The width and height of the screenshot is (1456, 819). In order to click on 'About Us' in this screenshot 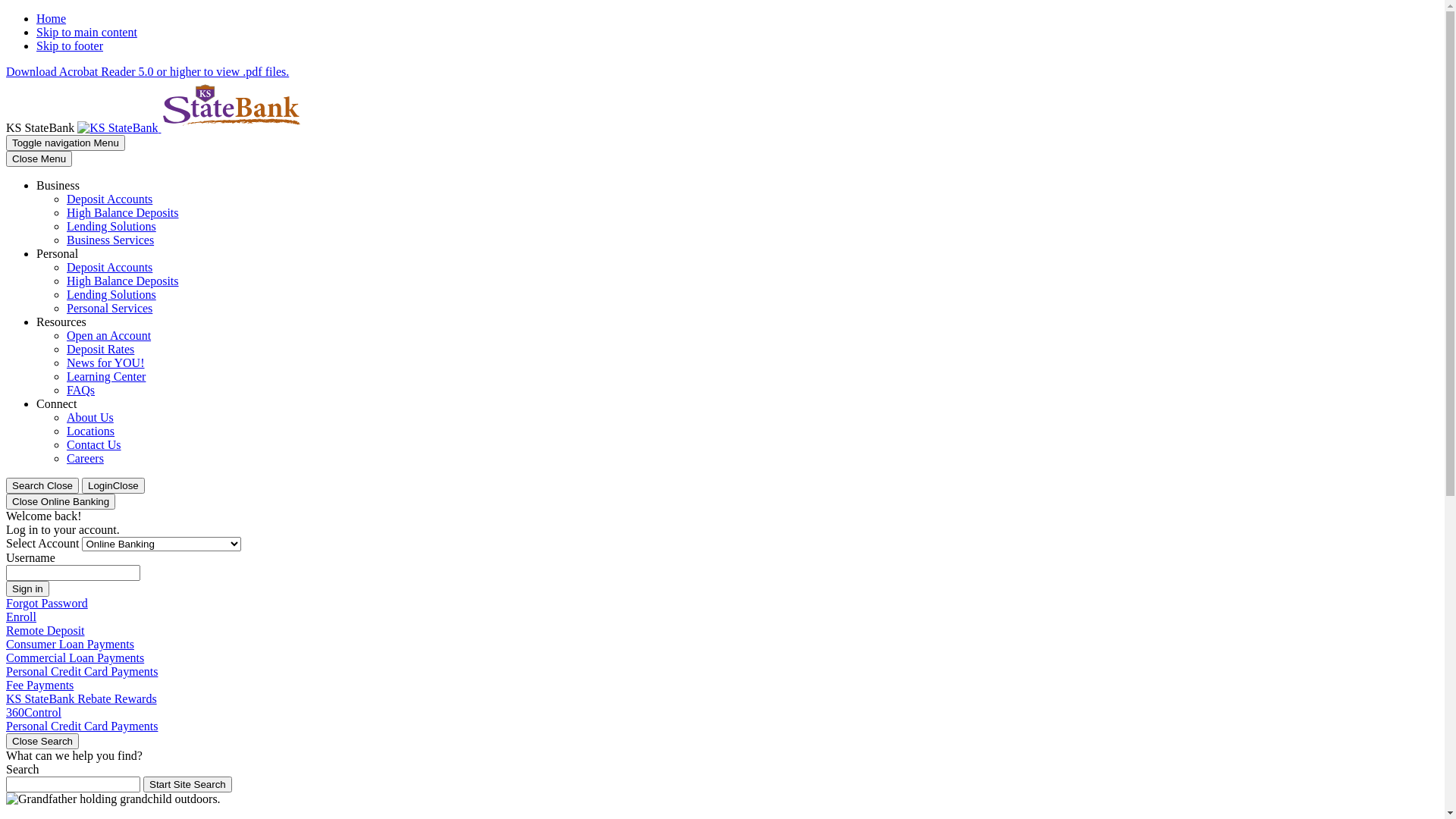, I will do `click(89, 417)`.